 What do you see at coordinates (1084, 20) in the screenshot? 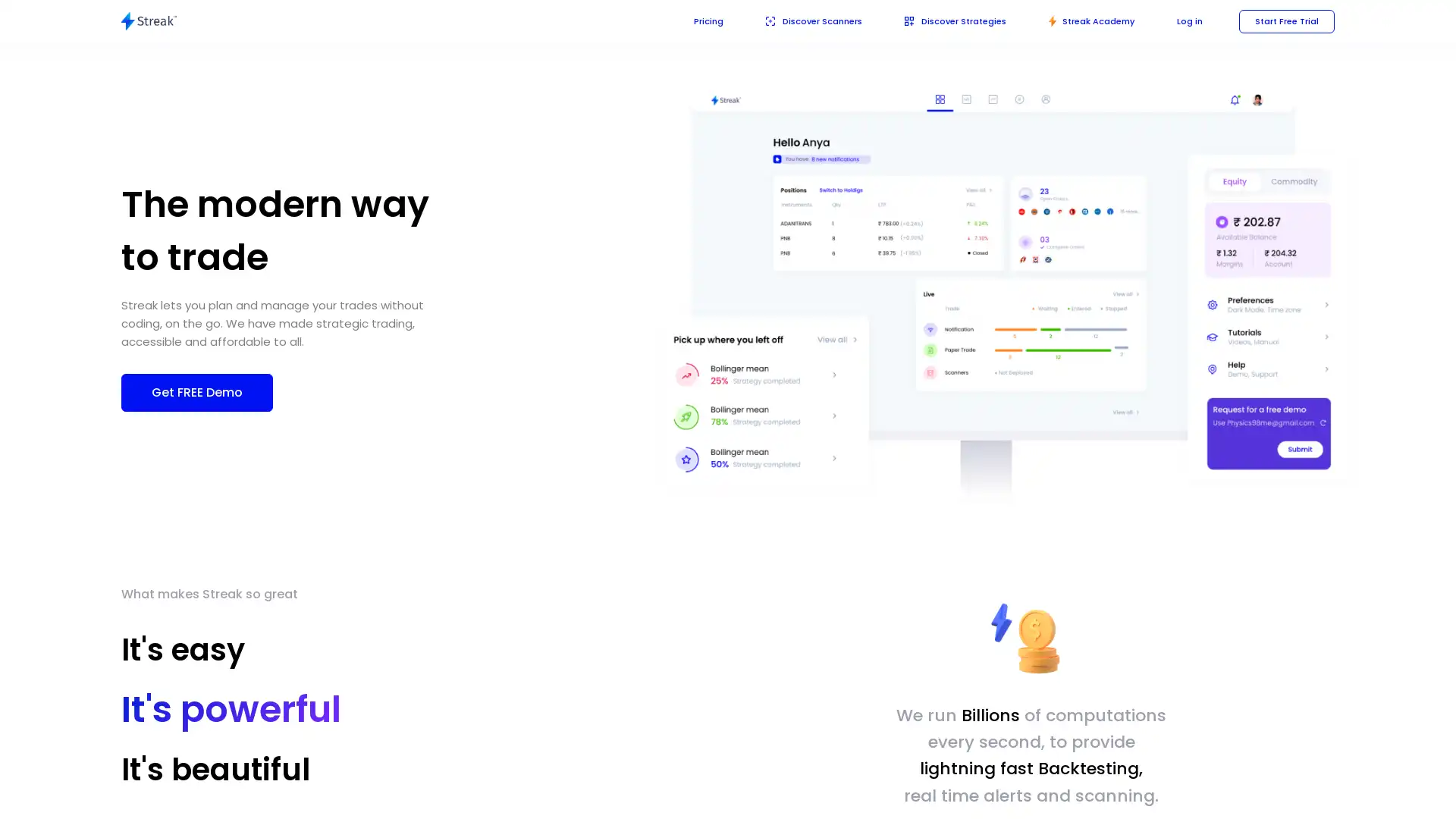
I see `academy Streak Academy` at bounding box center [1084, 20].